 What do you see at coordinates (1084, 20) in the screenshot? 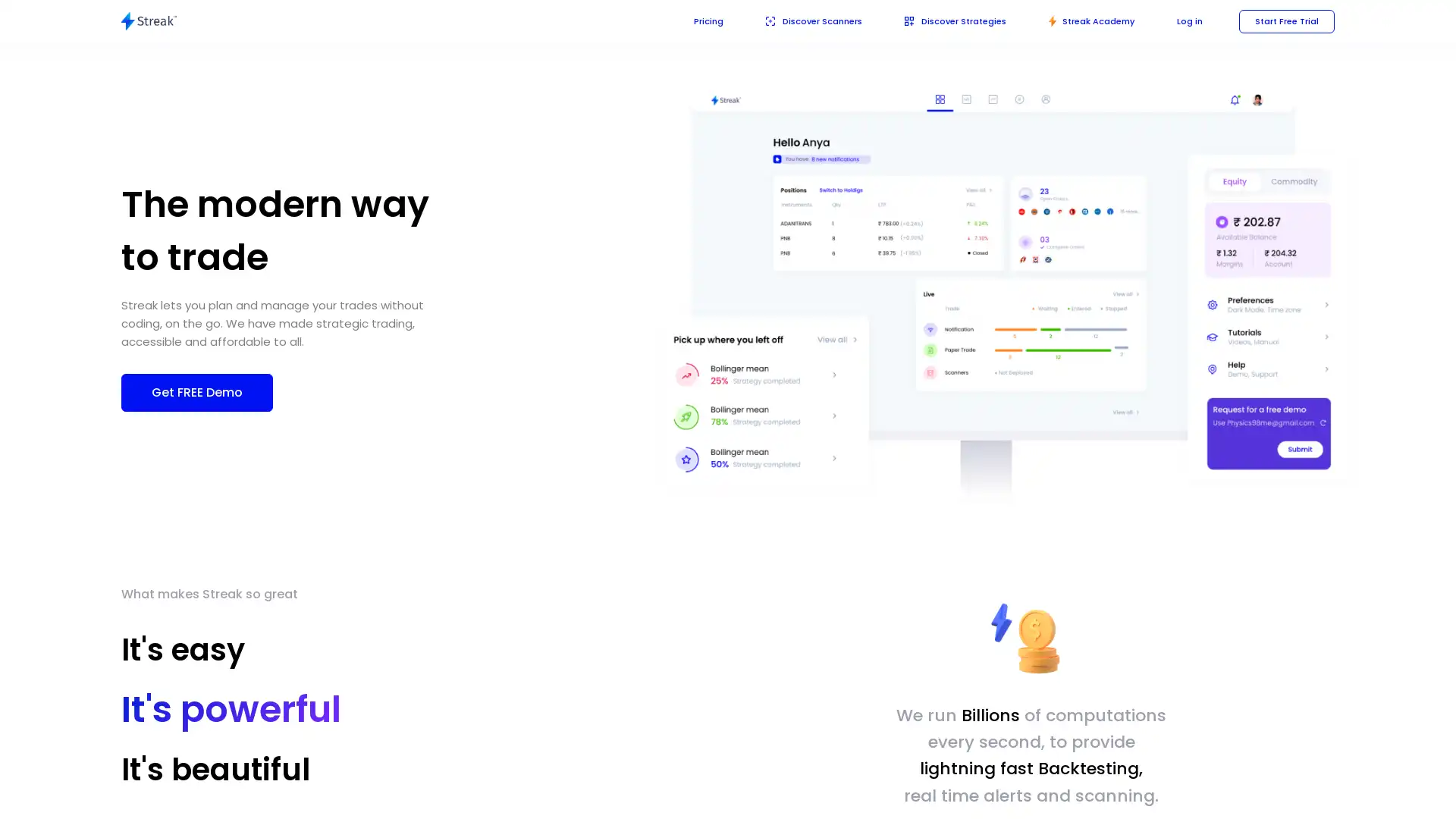
I see `academy Streak Academy` at bounding box center [1084, 20].